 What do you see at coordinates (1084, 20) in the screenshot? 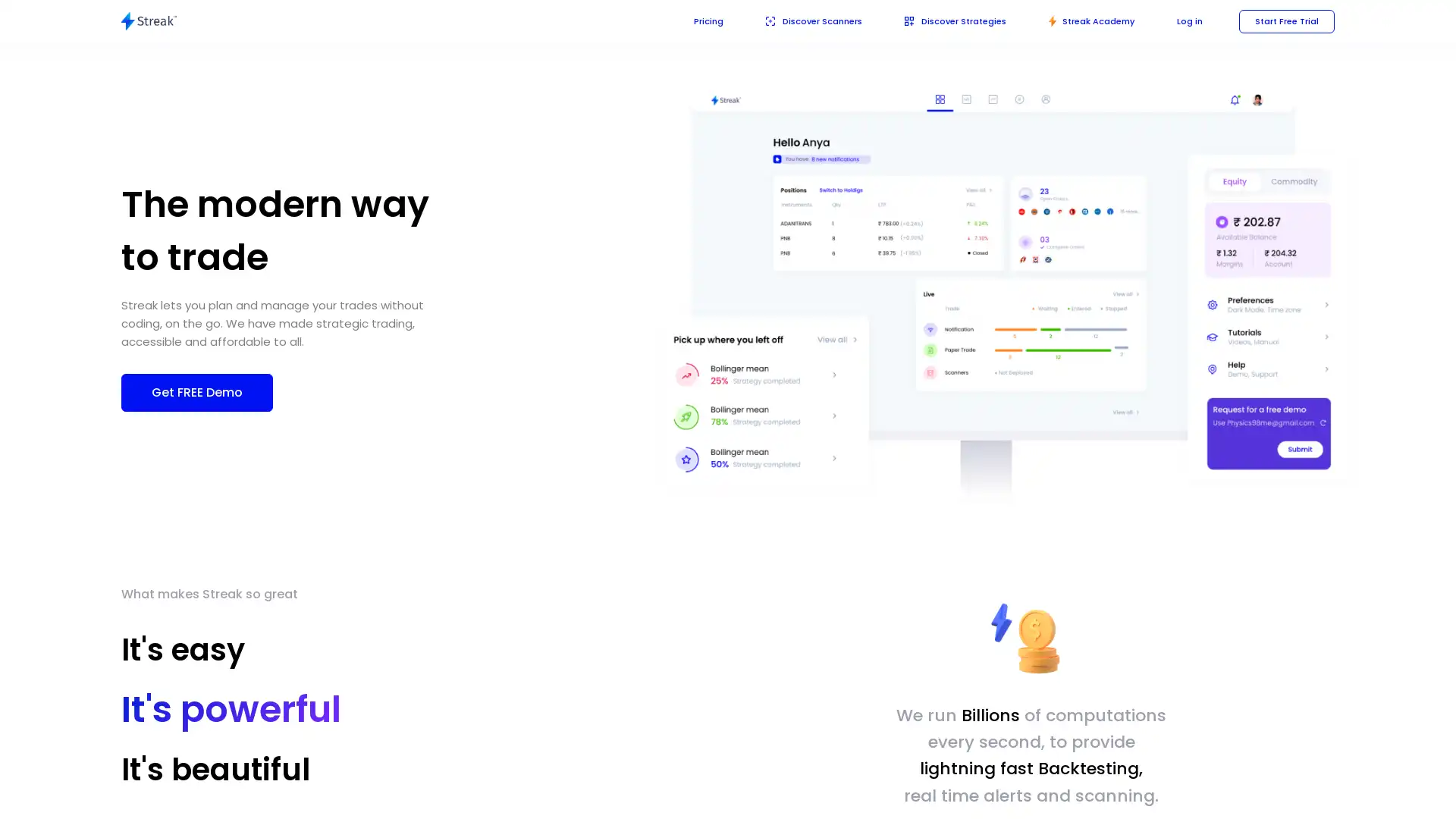
I see `academy Streak Academy` at bounding box center [1084, 20].